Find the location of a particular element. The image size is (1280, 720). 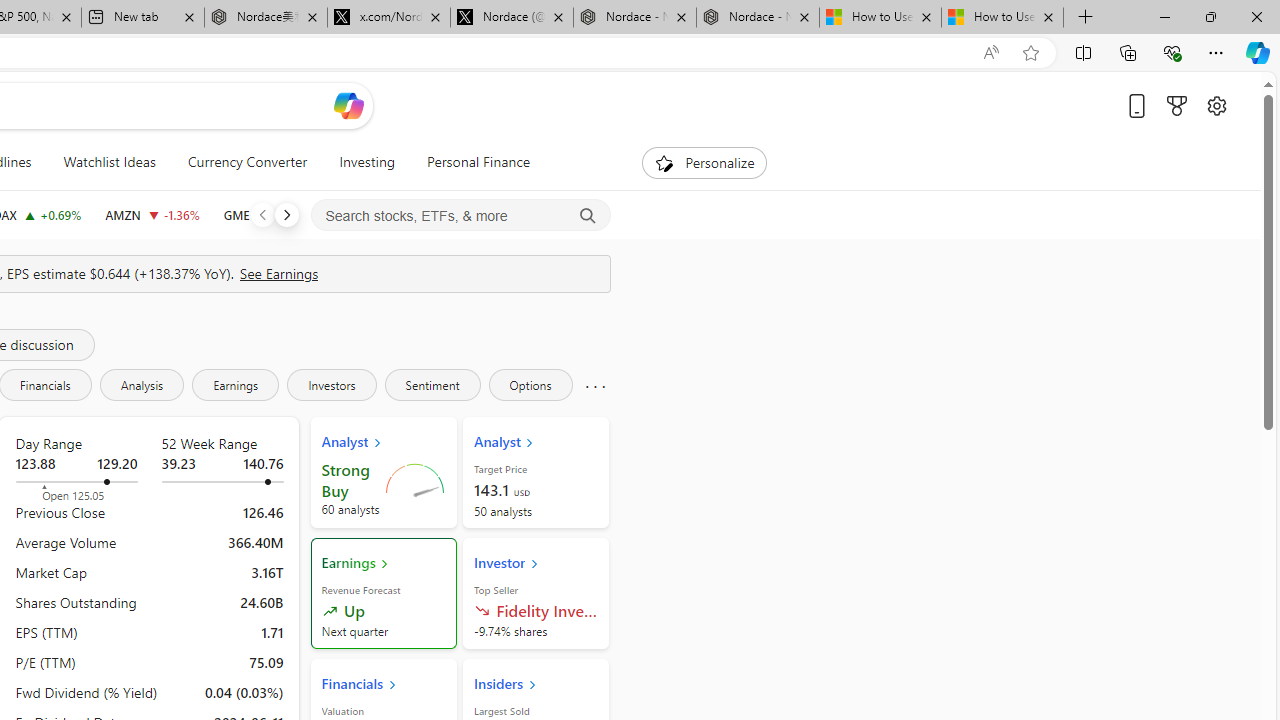

'Options' is located at coordinates (530, 384).